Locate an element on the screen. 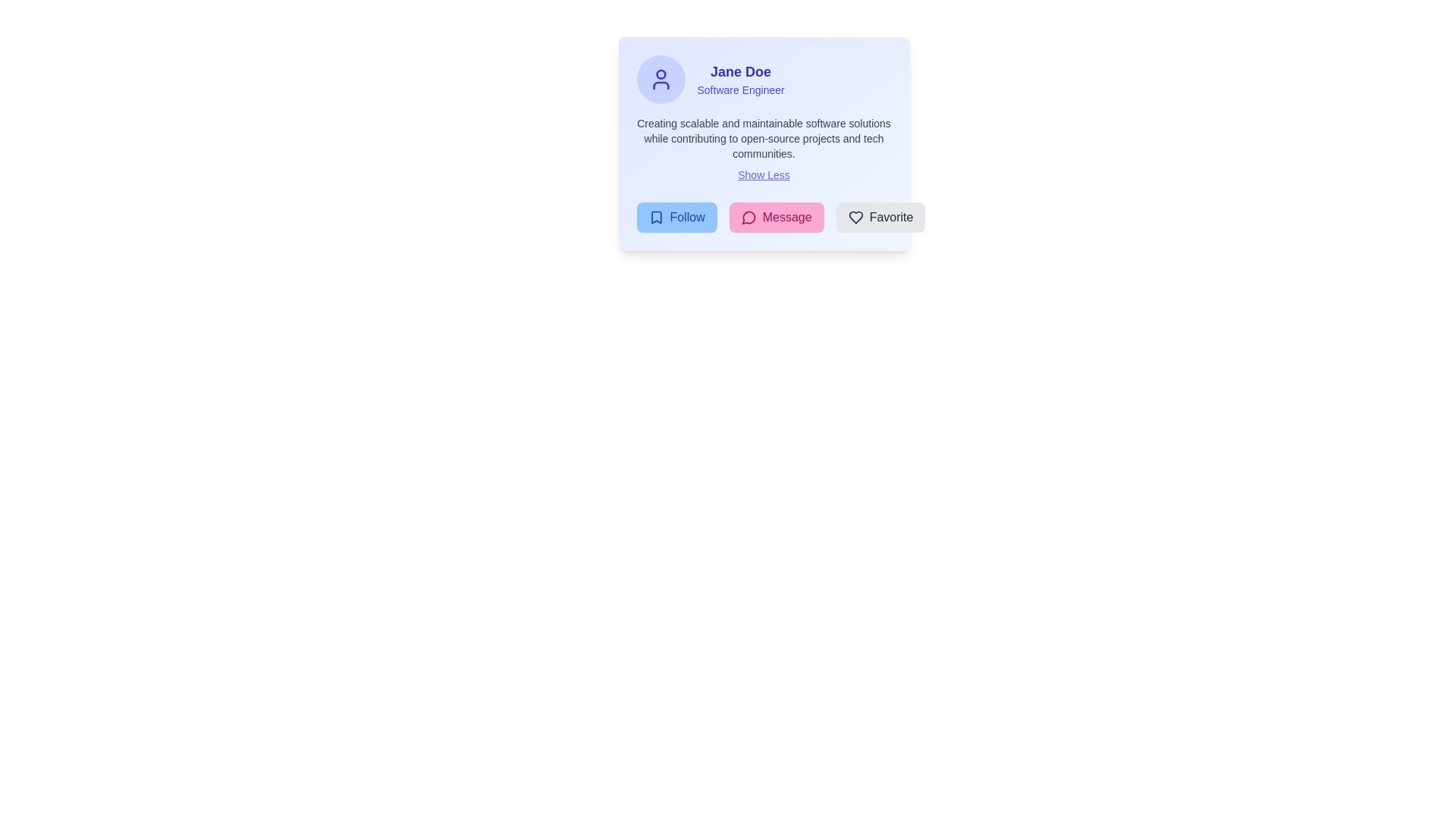 Image resolution: width=1456 pixels, height=819 pixels. the user profile icon located in the upper-left region of the card component to associate this element with the profile is located at coordinates (661, 79).